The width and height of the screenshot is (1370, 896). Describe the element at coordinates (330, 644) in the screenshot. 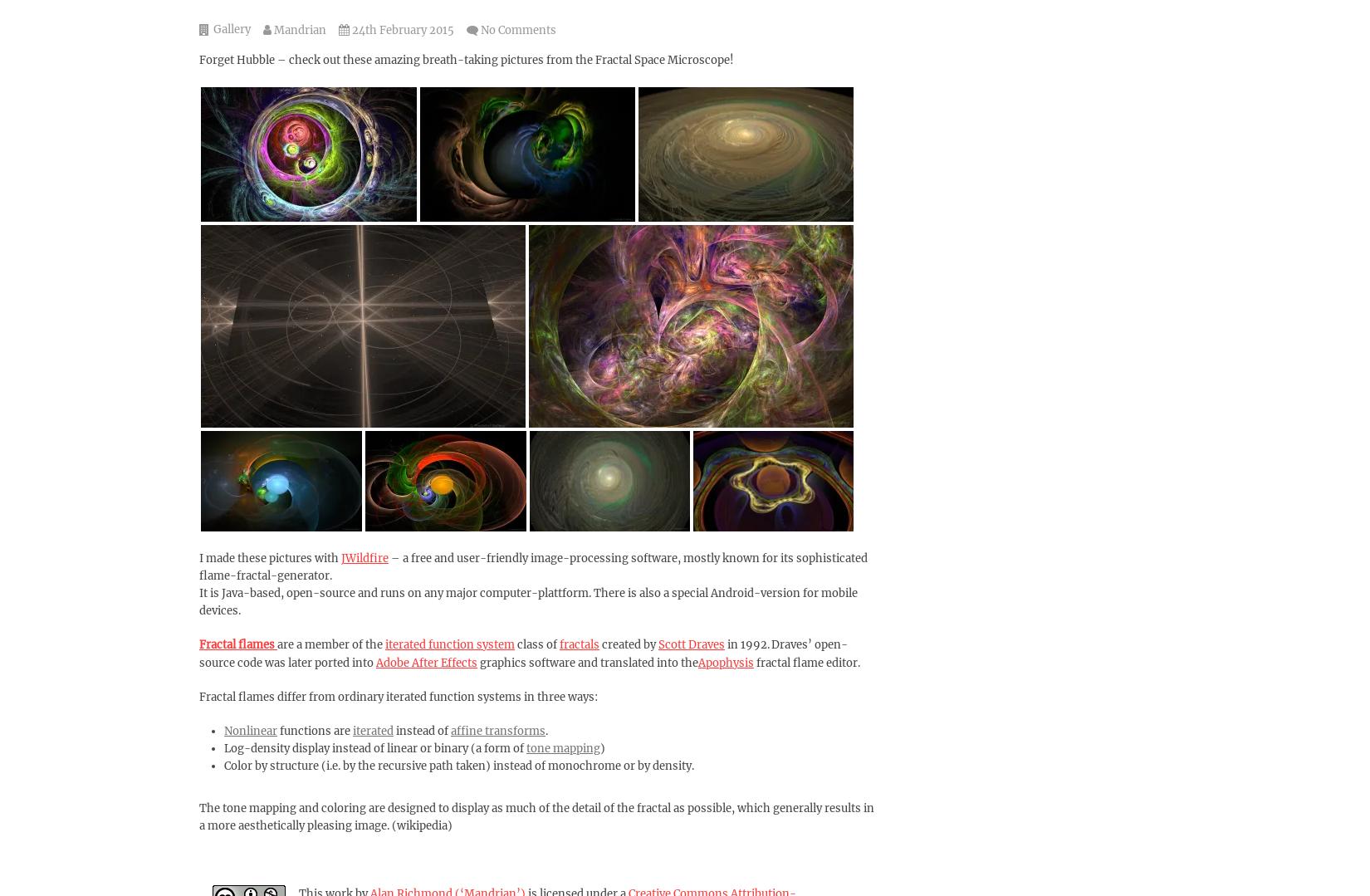

I see `'are a member of the'` at that location.